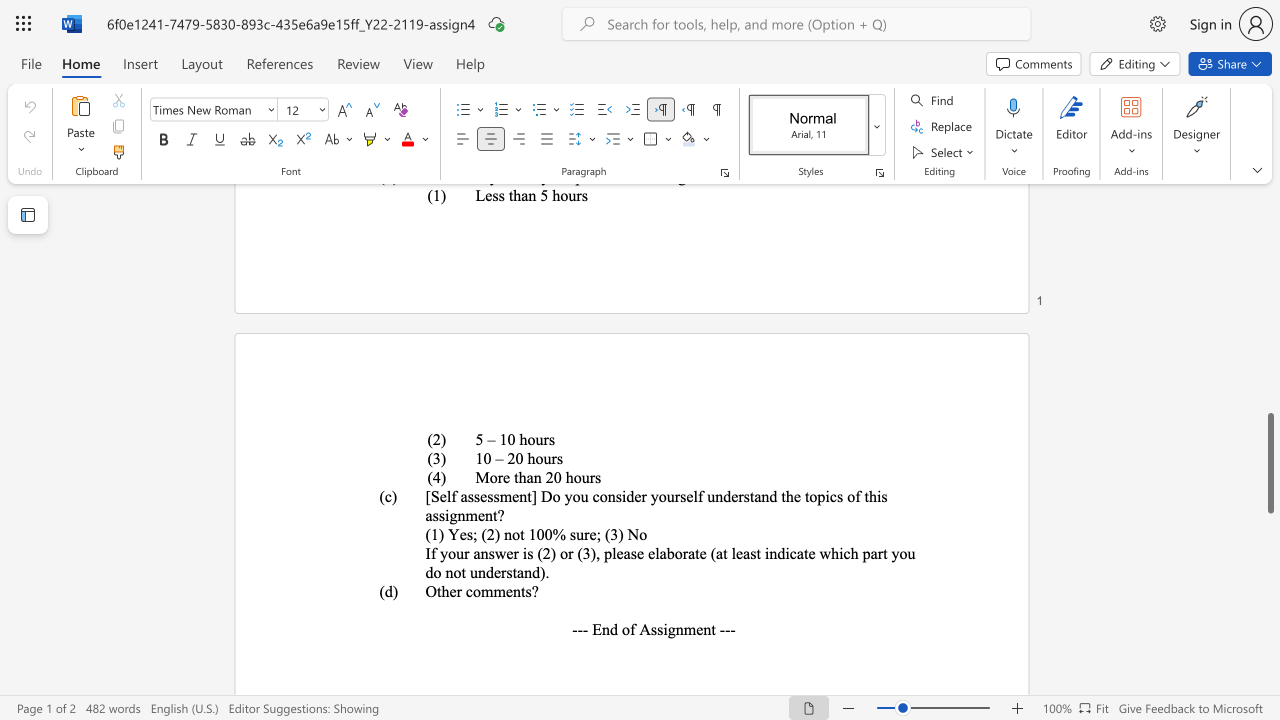  I want to click on the subset text "erstan" within the text "If your answer is (2) or (3), please elaborate (at least indicate which part you do not understand).", so click(493, 572).